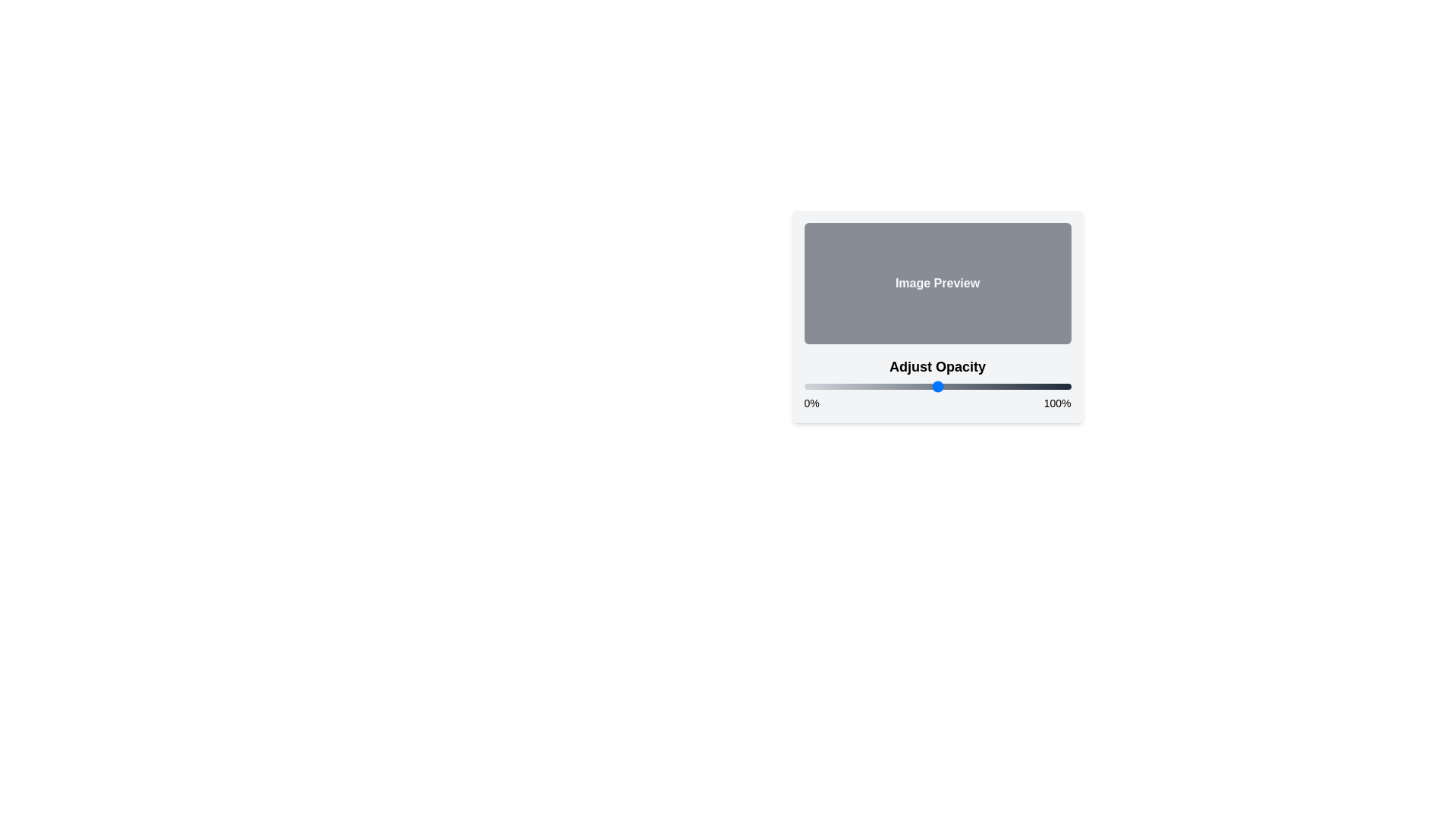 This screenshot has height=819, width=1456. Describe the element at coordinates (852, 385) in the screenshot. I see `the opacity` at that location.